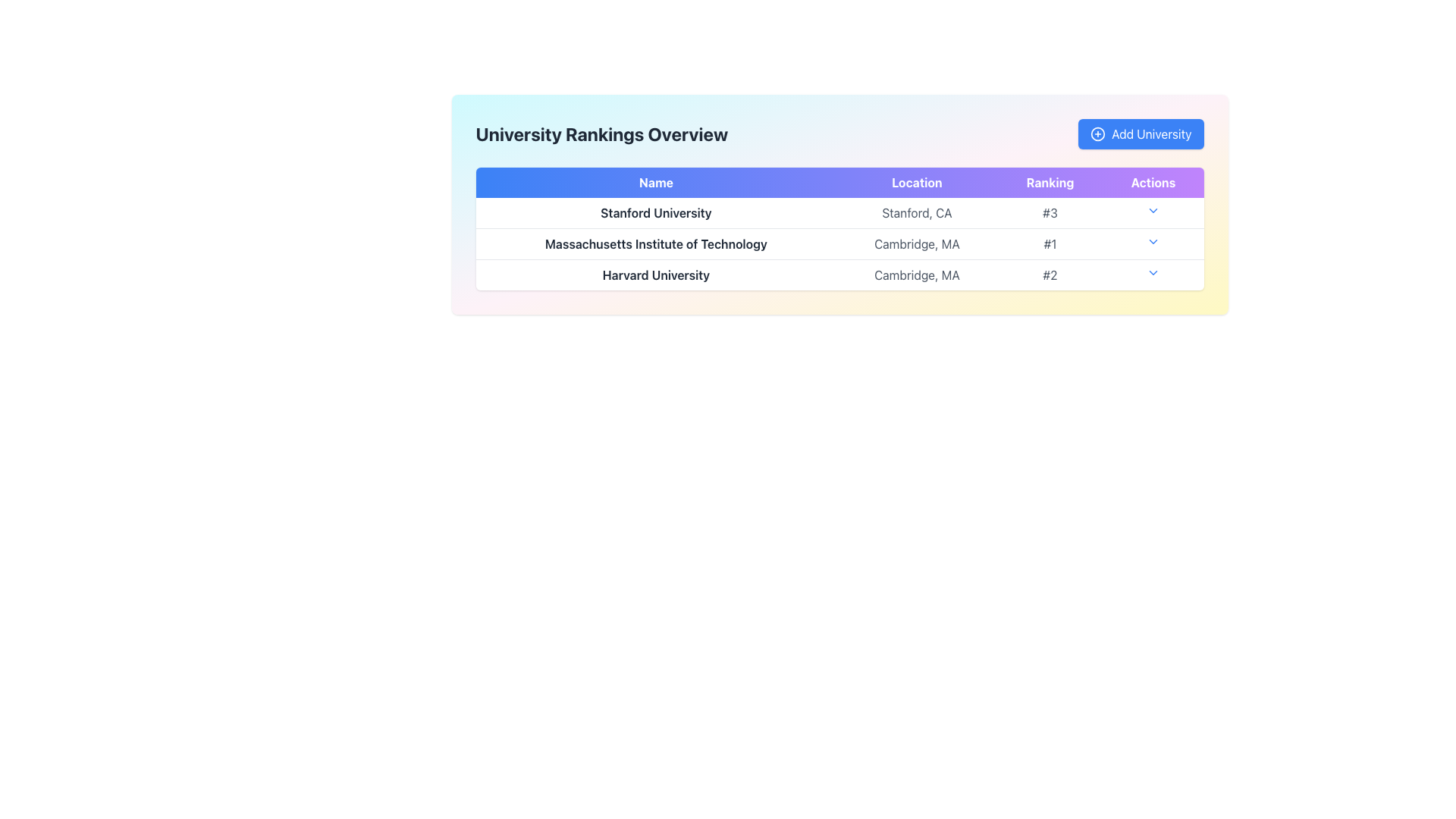 This screenshot has height=819, width=1456. Describe the element at coordinates (656, 181) in the screenshot. I see `the 'Name' header text label in the table, which is the first header featuring a blue to violet gradient background and white bold text` at that location.